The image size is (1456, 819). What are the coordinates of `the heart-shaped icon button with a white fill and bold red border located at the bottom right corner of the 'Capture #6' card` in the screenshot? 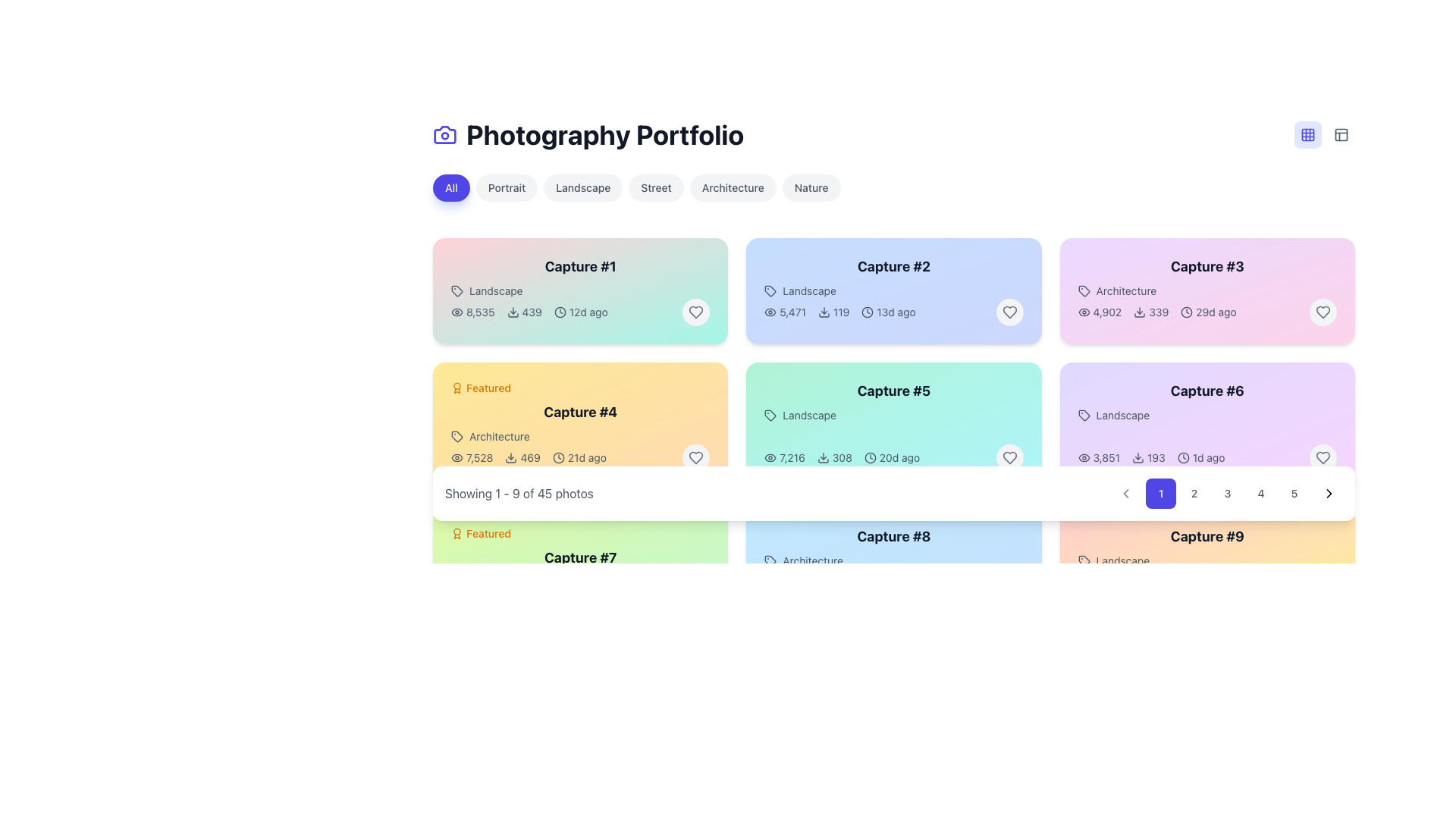 It's located at (1323, 457).